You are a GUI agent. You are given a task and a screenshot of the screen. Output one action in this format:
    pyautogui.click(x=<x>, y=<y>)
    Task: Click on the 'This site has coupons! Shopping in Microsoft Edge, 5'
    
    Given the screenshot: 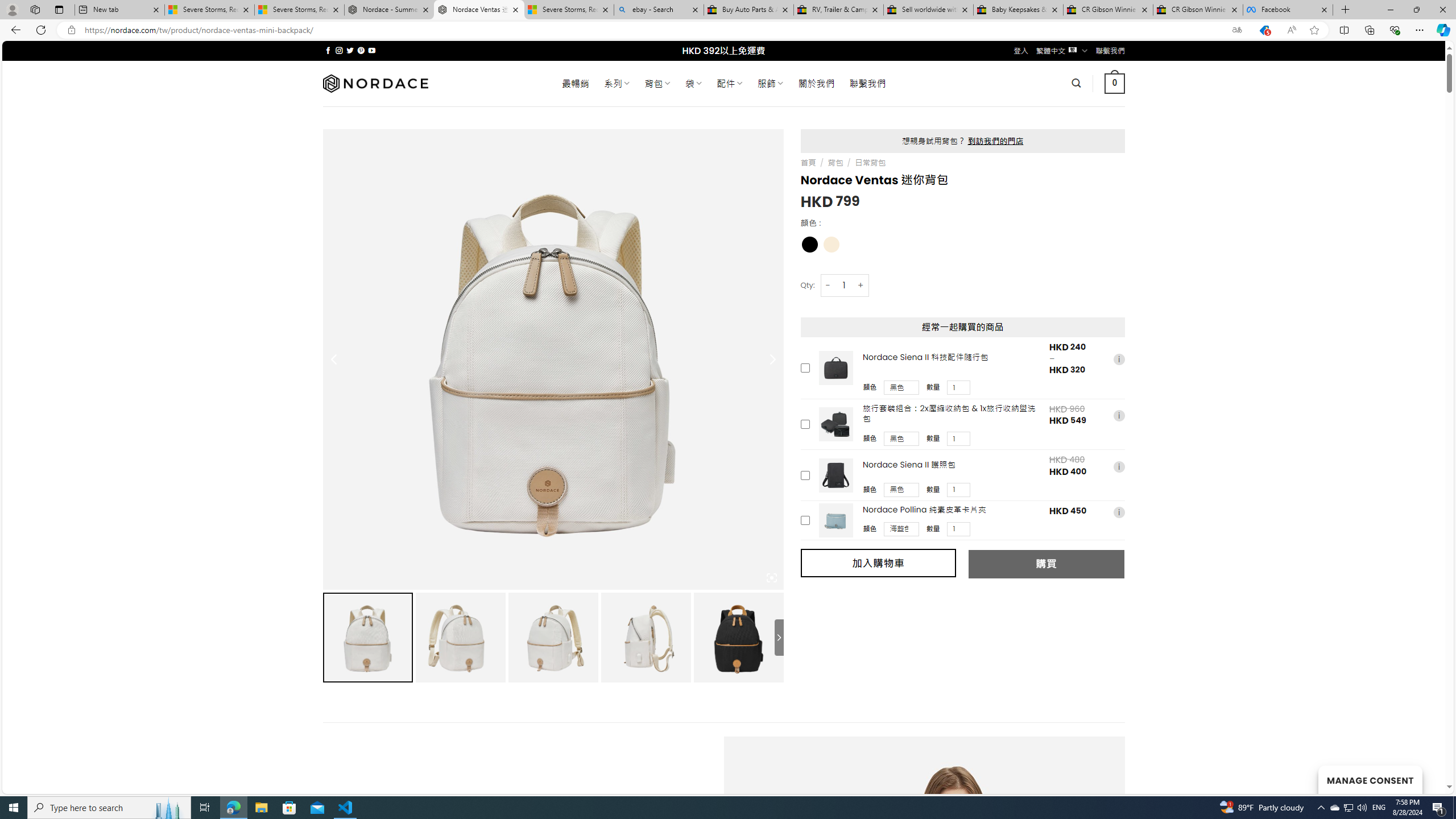 What is the action you would take?
    pyautogui.click(x=1263, y=30)
    